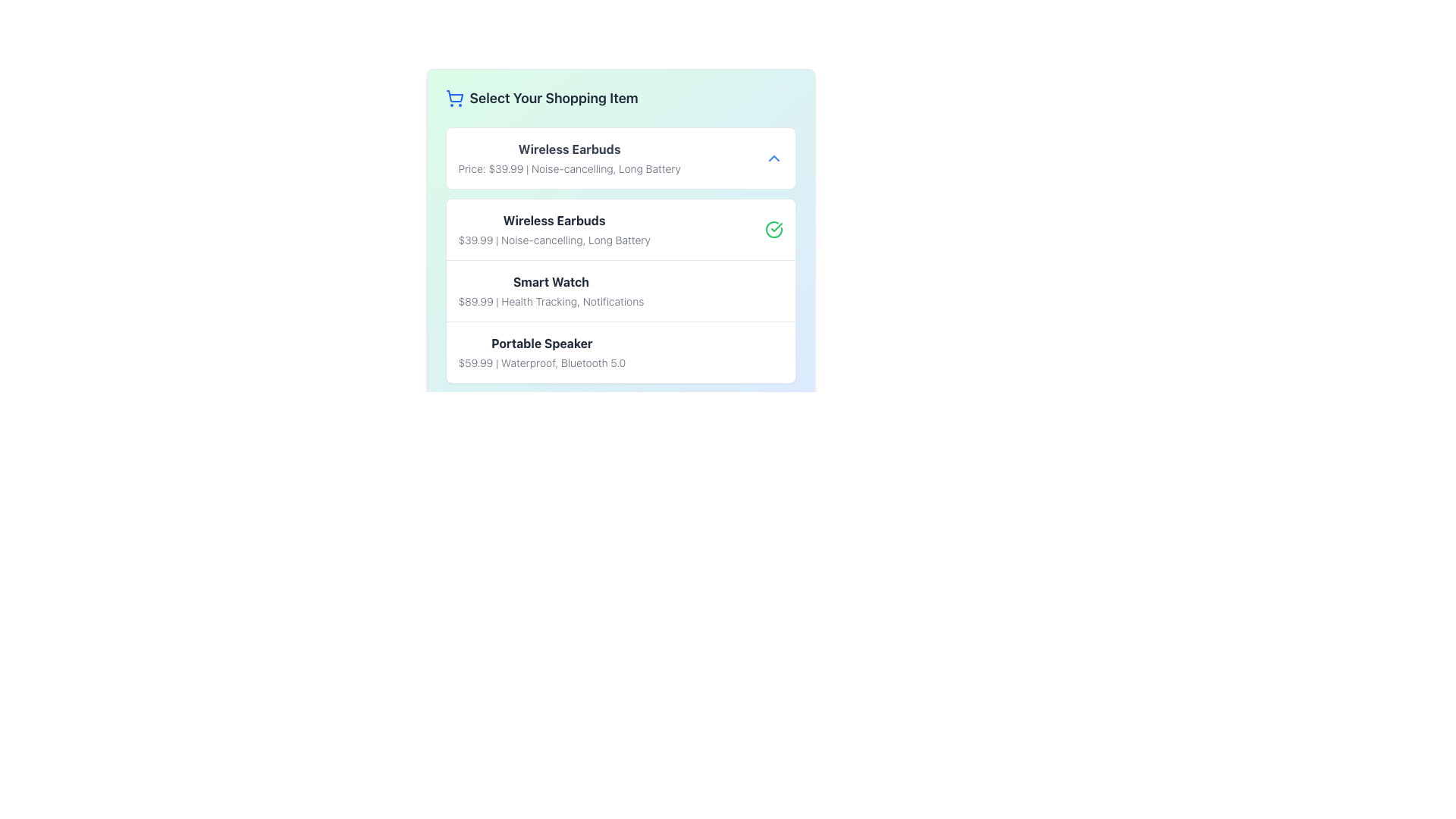 The height and width of the screenshot is (819, 1456). I want to click on the toggle icon at the right end of the 'Wireless Earbuds' product card, so click(773, 158).